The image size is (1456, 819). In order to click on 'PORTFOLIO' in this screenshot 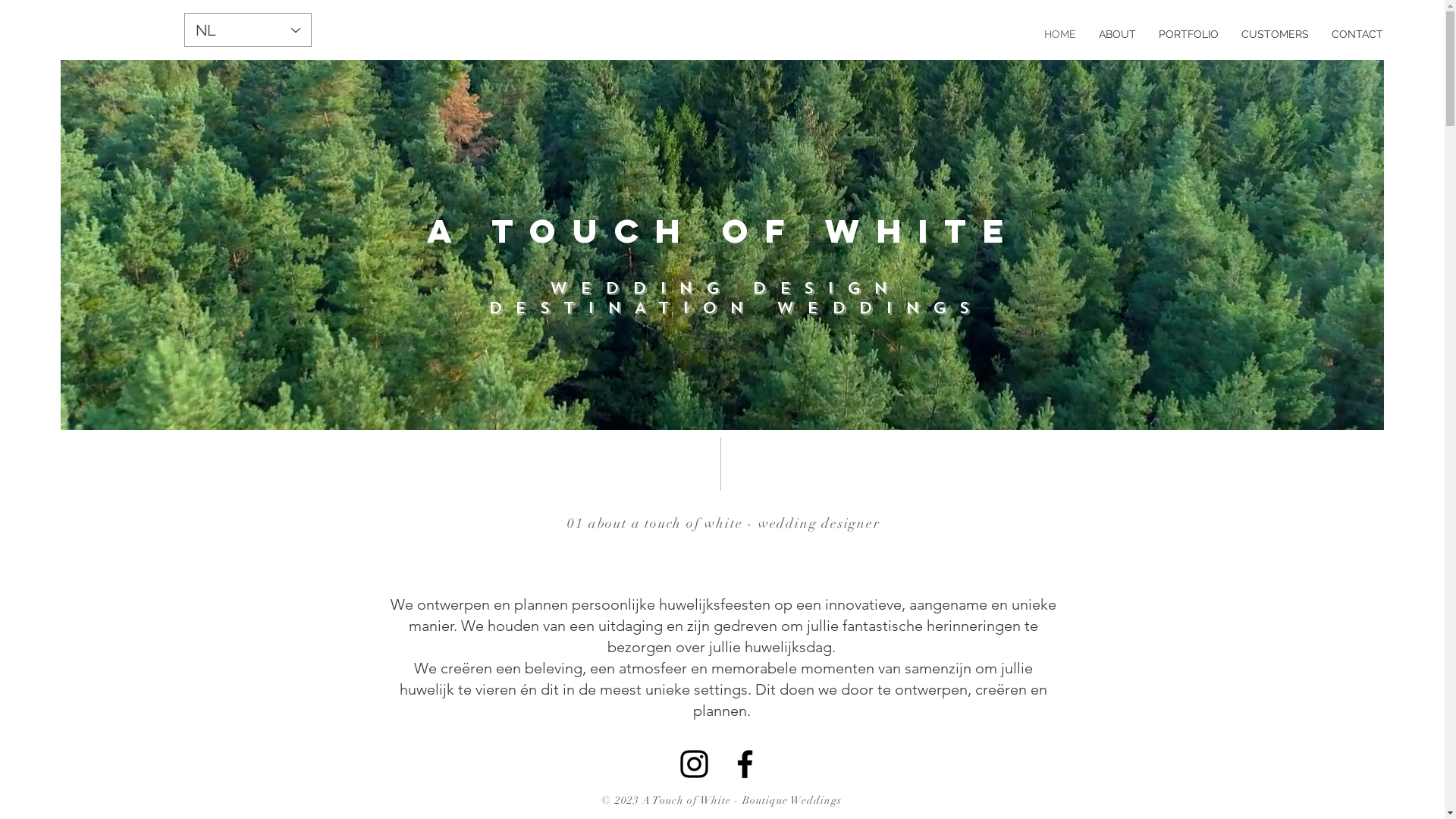, I will do `click(1147, 34)`.